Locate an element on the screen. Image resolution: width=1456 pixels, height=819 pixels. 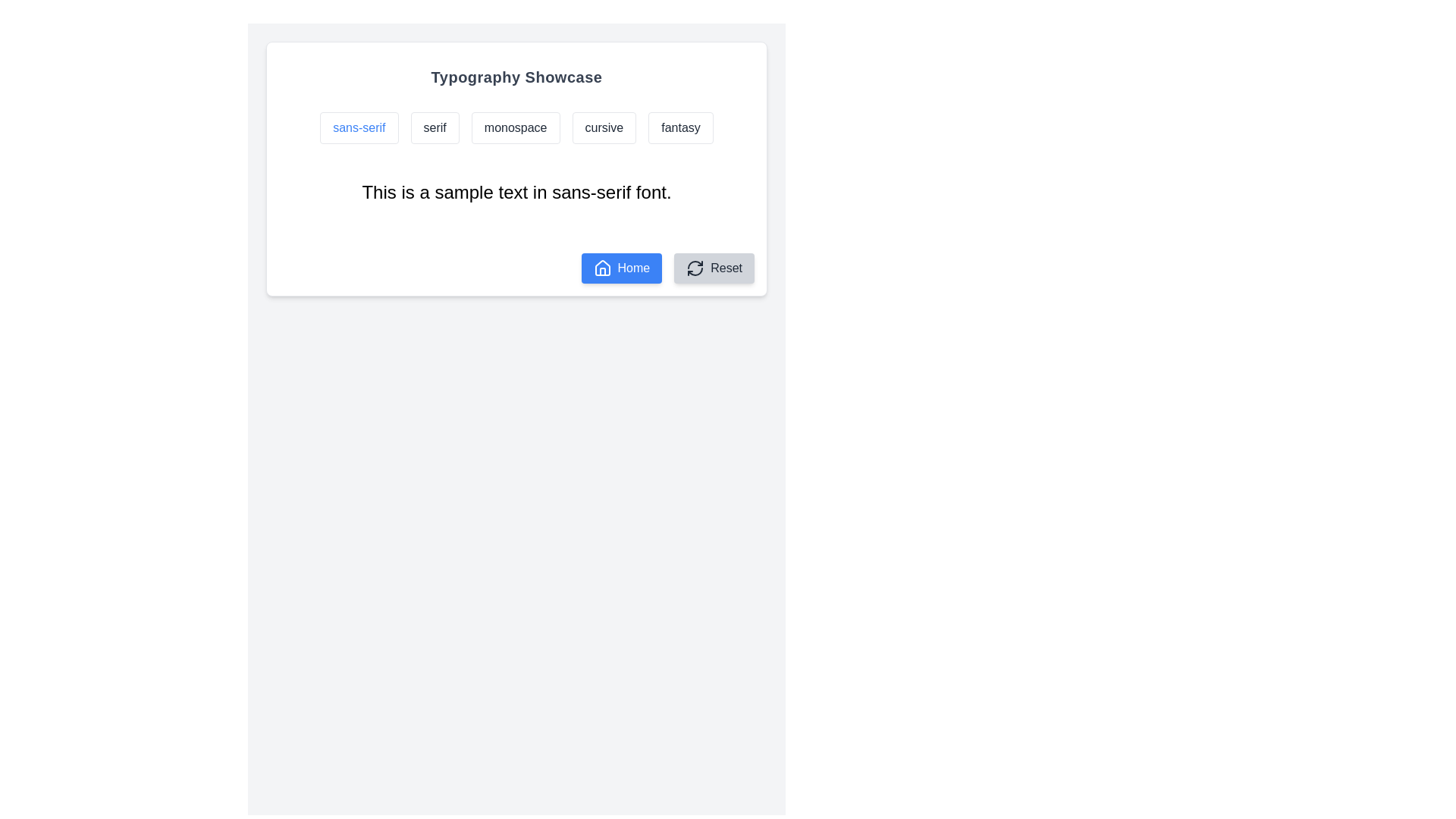
the button that allows users is located at coordinates (679, 127).